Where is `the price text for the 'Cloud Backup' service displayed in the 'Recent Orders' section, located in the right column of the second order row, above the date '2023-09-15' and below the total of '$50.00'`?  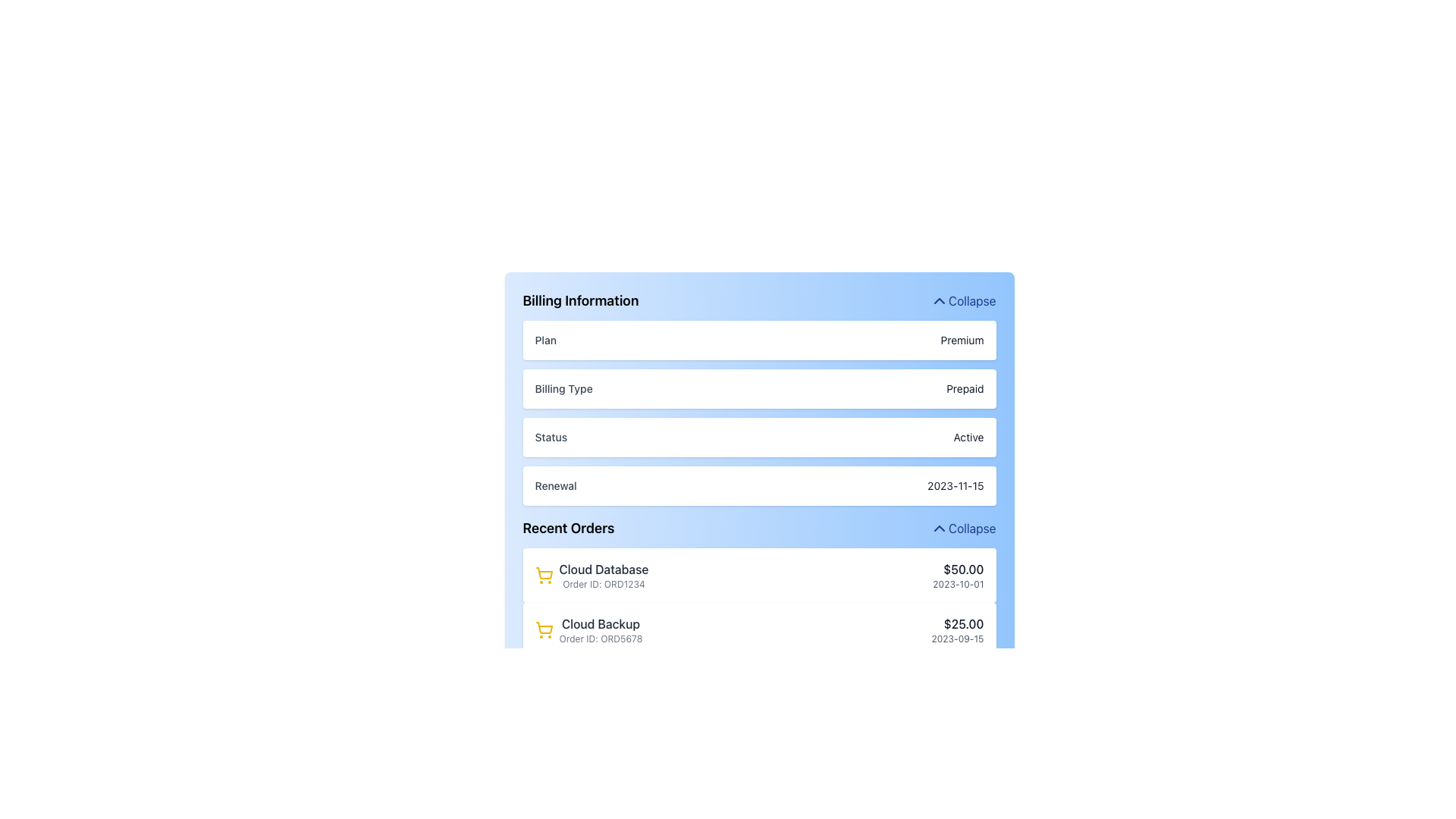
the price text for the 'Cloud Backup' service displayed in the 'Recent Orders' section, located in the right column of the second order row, above the date '2023-09-15' and below the total of '$50.00' is located at coordinates (956, 623).